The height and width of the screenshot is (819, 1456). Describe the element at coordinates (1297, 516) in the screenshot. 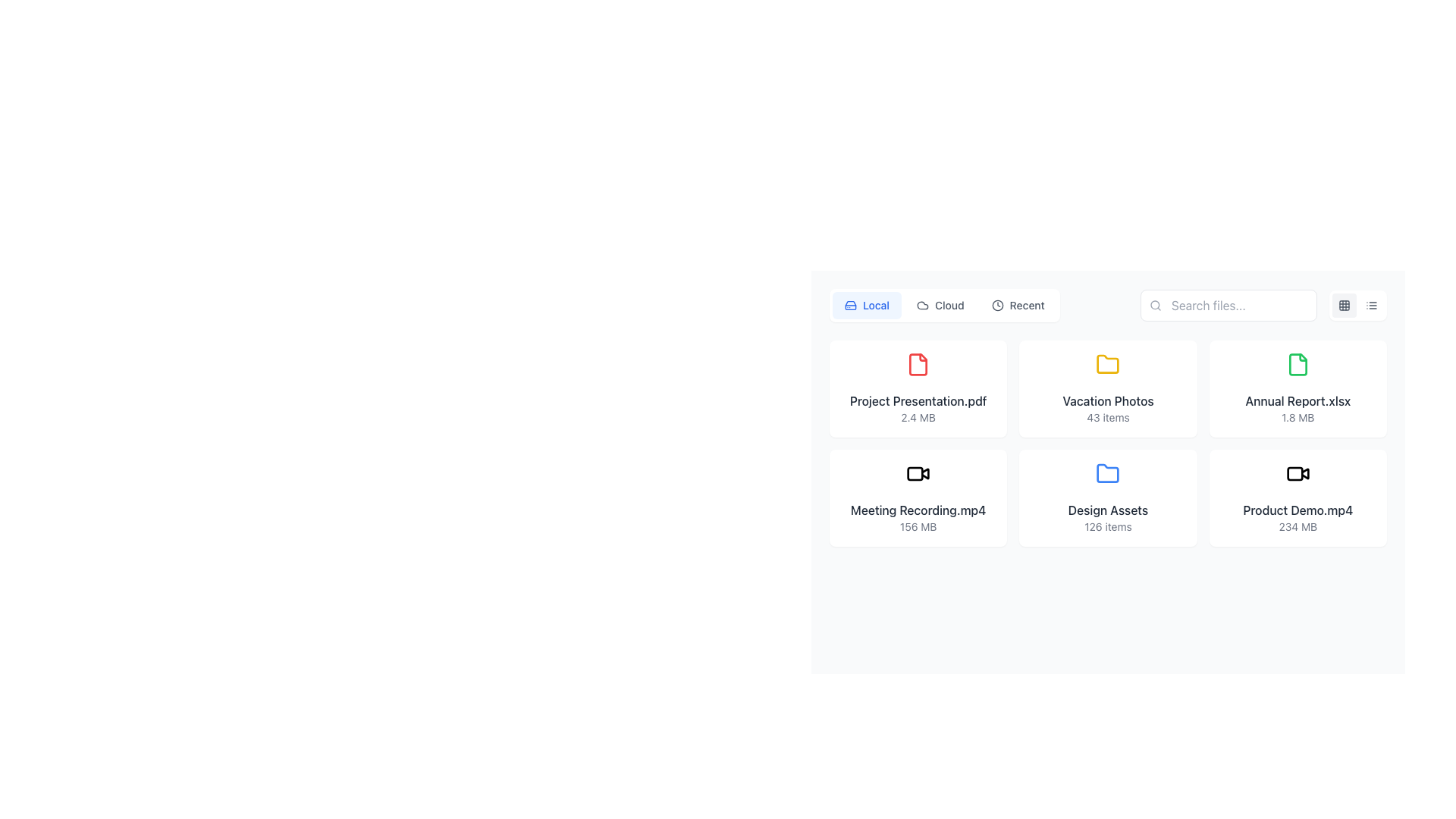

I see `the file name 'Product Demo.mp4' in the text label displaying file information` at that location.